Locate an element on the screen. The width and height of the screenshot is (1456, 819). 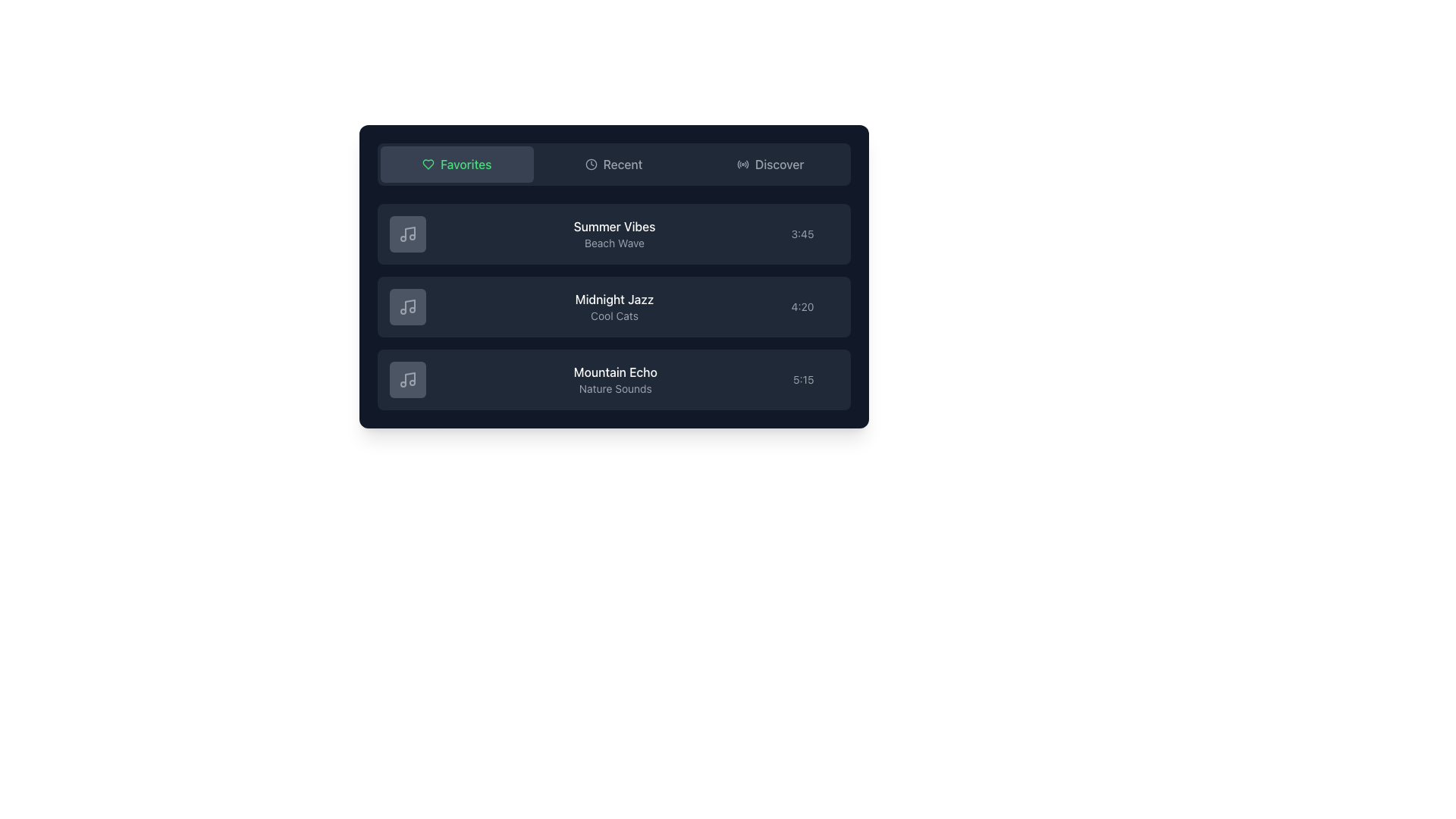
the audio track card titled 'Mountain Echo' is located at coordinates (613, 379).